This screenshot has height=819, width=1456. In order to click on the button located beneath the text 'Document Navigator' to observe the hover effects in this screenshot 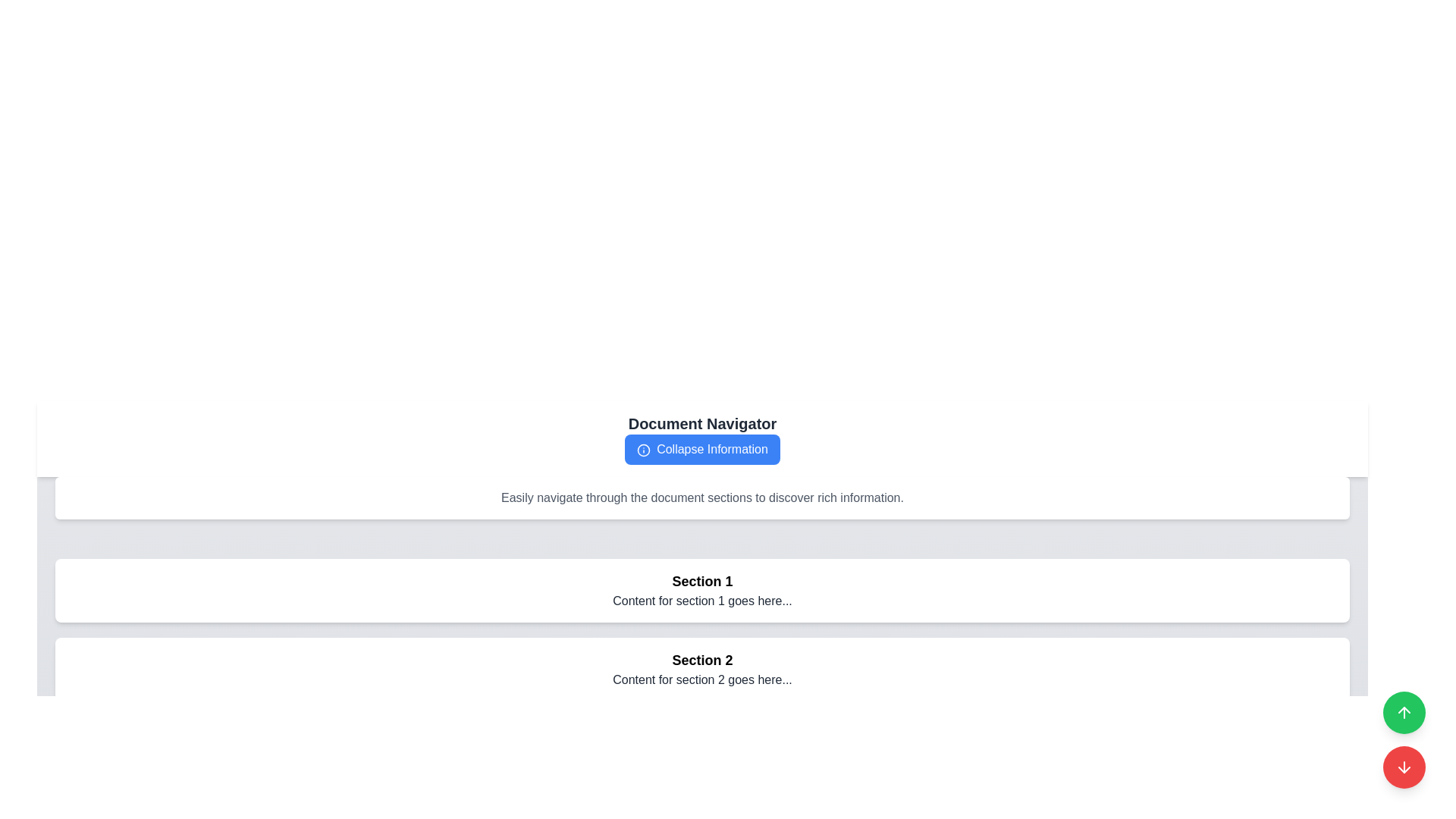, I will do `click(701, 449)`.